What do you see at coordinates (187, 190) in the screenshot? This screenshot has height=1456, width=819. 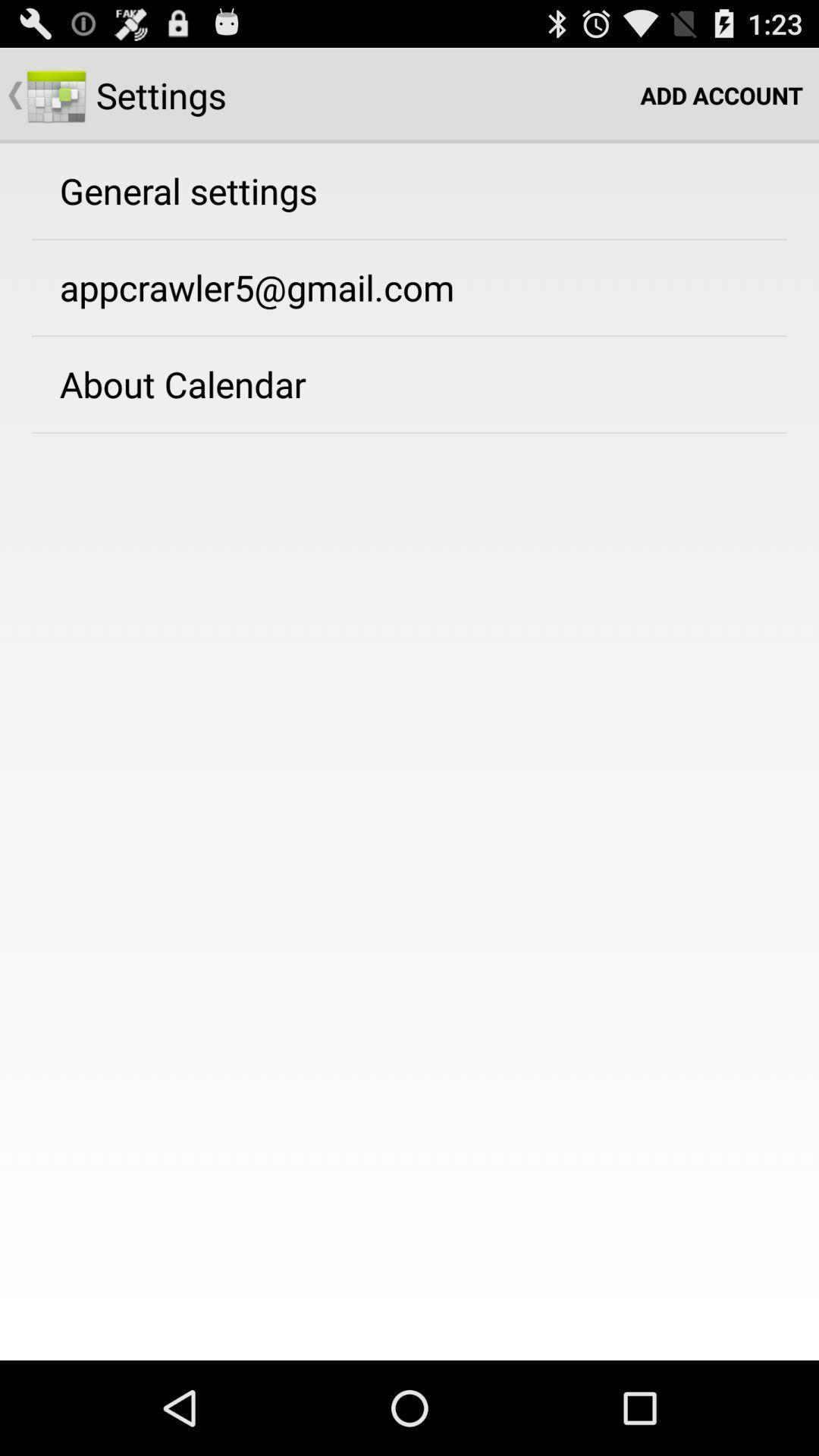 I see `the general settings app` at bounding box center [187, 190].